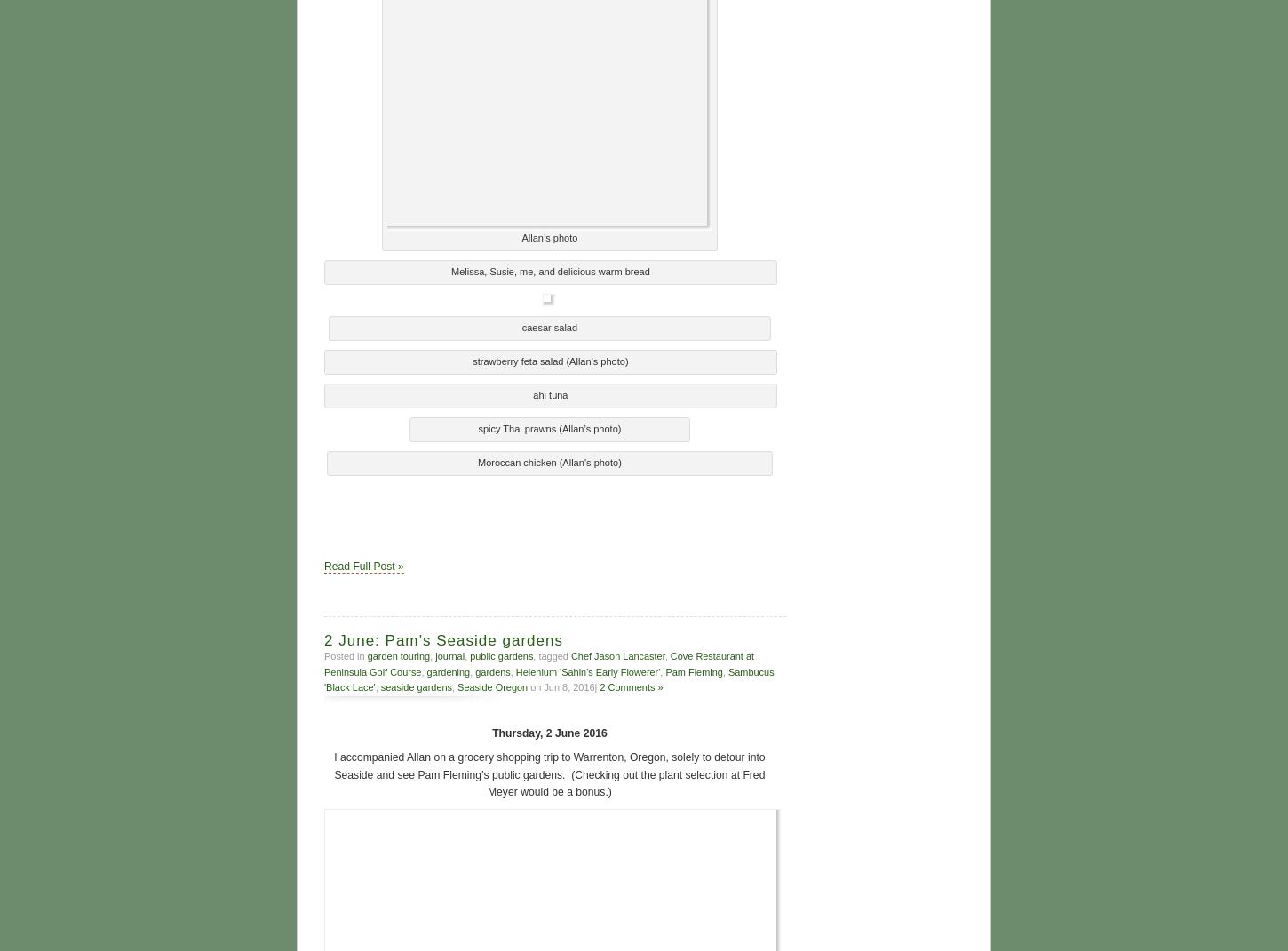  Describe the element at coordinates (448, 669) in the screenshot. I see `'gardening'` at that location.